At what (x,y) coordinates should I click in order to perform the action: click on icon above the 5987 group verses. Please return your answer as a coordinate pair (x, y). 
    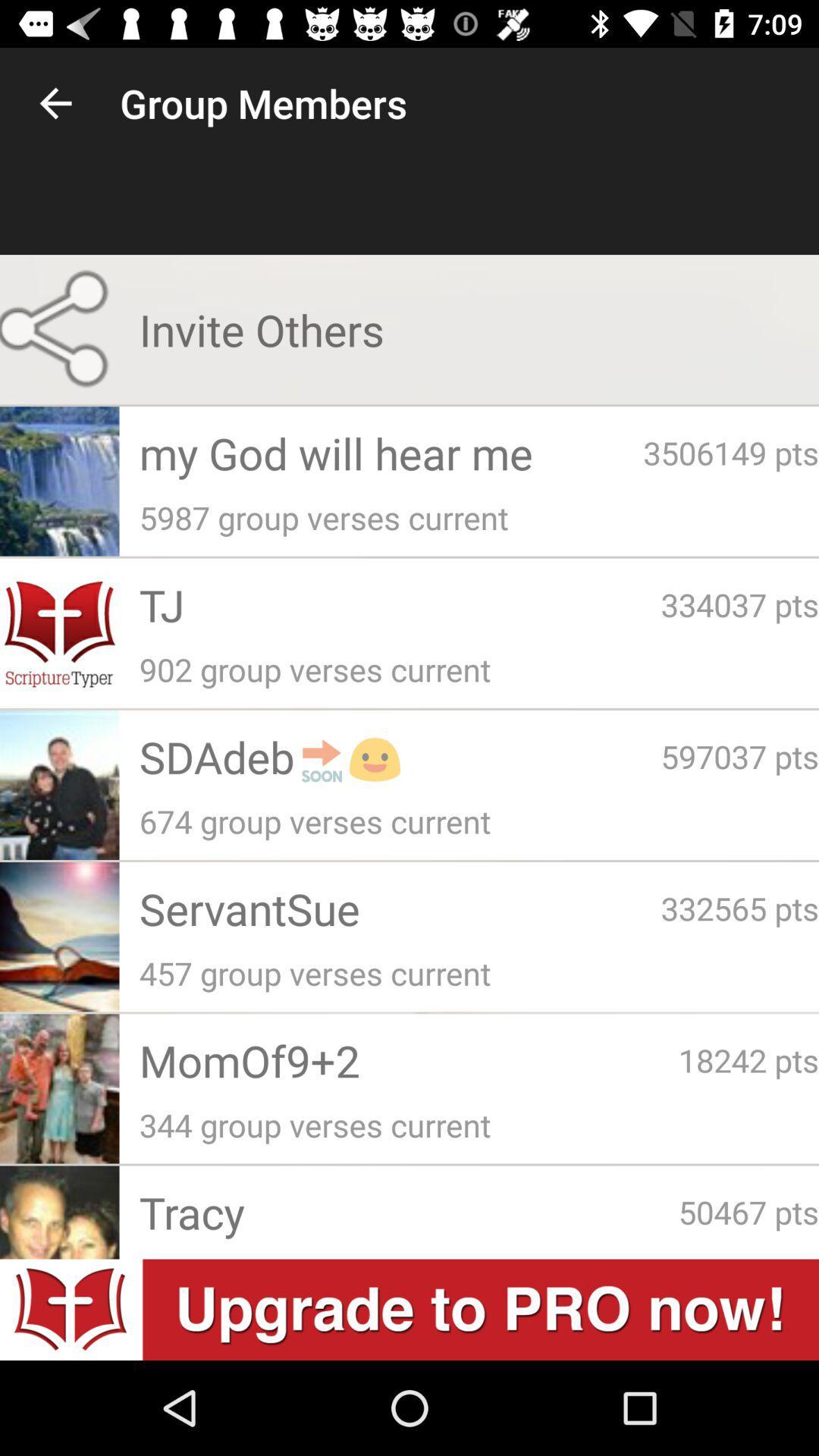
    Looking at the image, I should click on (730, 451).